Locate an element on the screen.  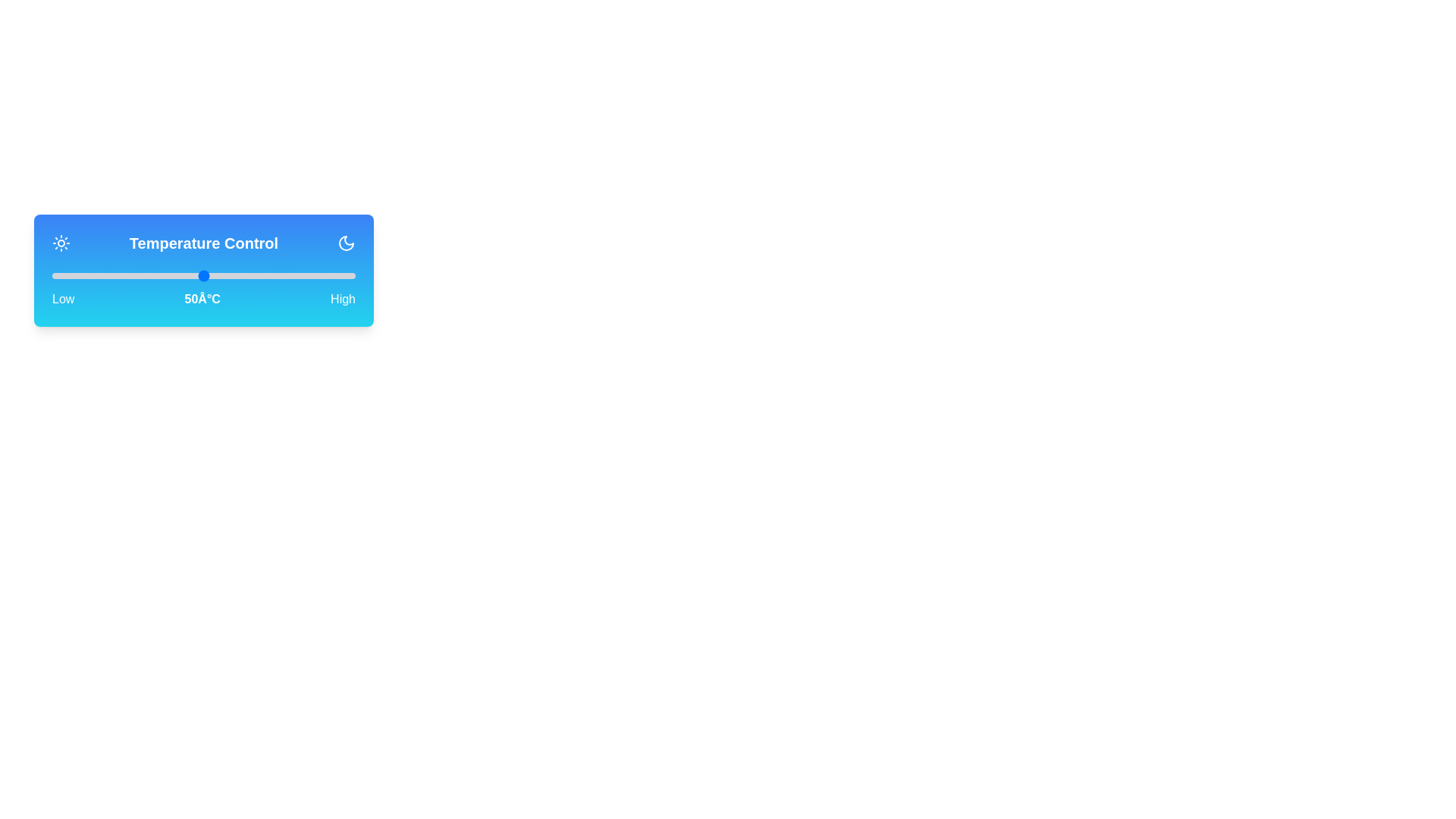
the temperature to 5°C by moving the slider is located at coordinates (67, 275).